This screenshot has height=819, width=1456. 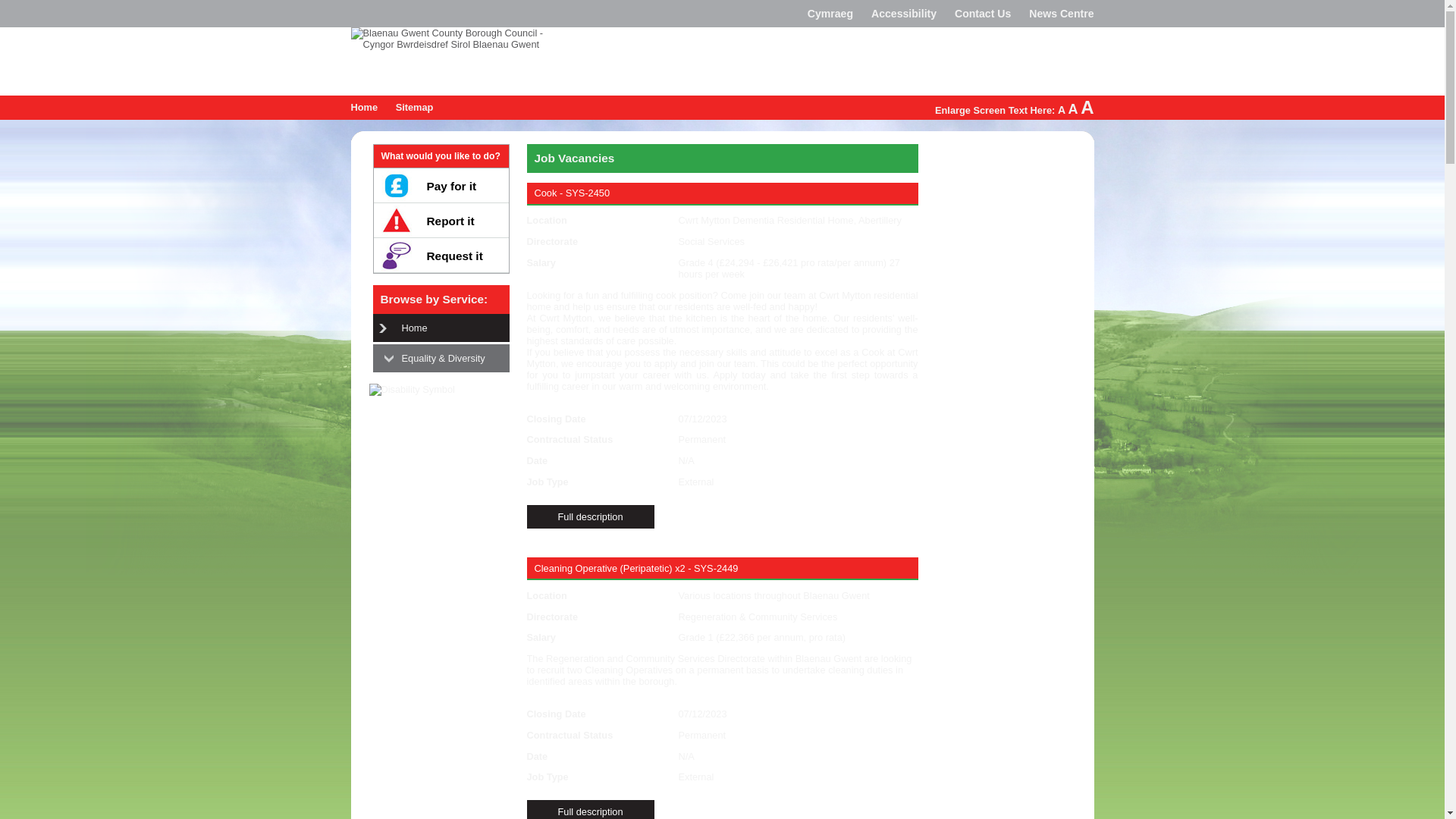 What do you see at coordinates (394, 327) in the screenshot?
I see `'Home'` at bounding box center [394, 327].